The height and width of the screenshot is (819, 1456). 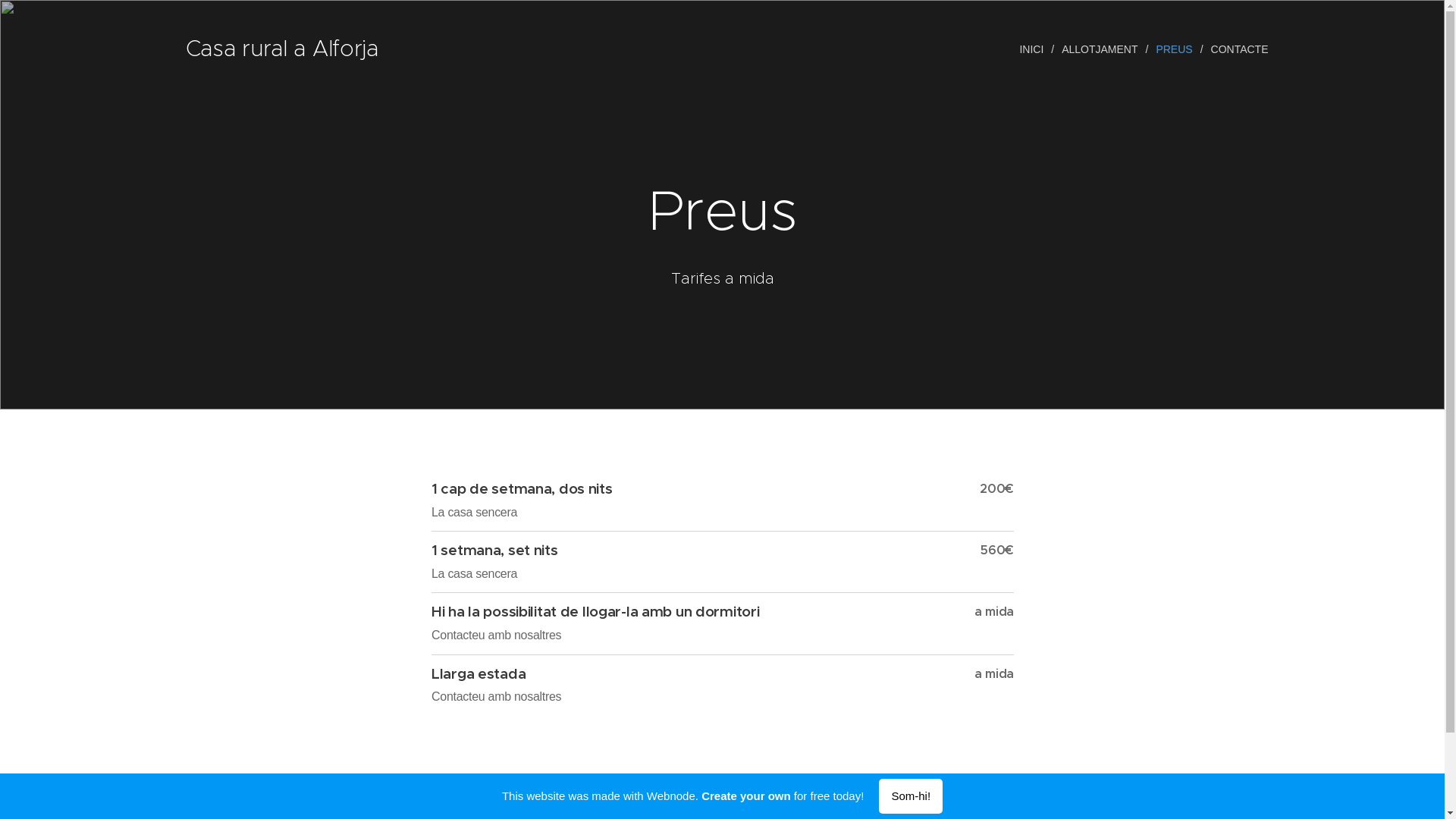 I want to click on 'ALLOTJAMENT', so click(x=1101, y=49).